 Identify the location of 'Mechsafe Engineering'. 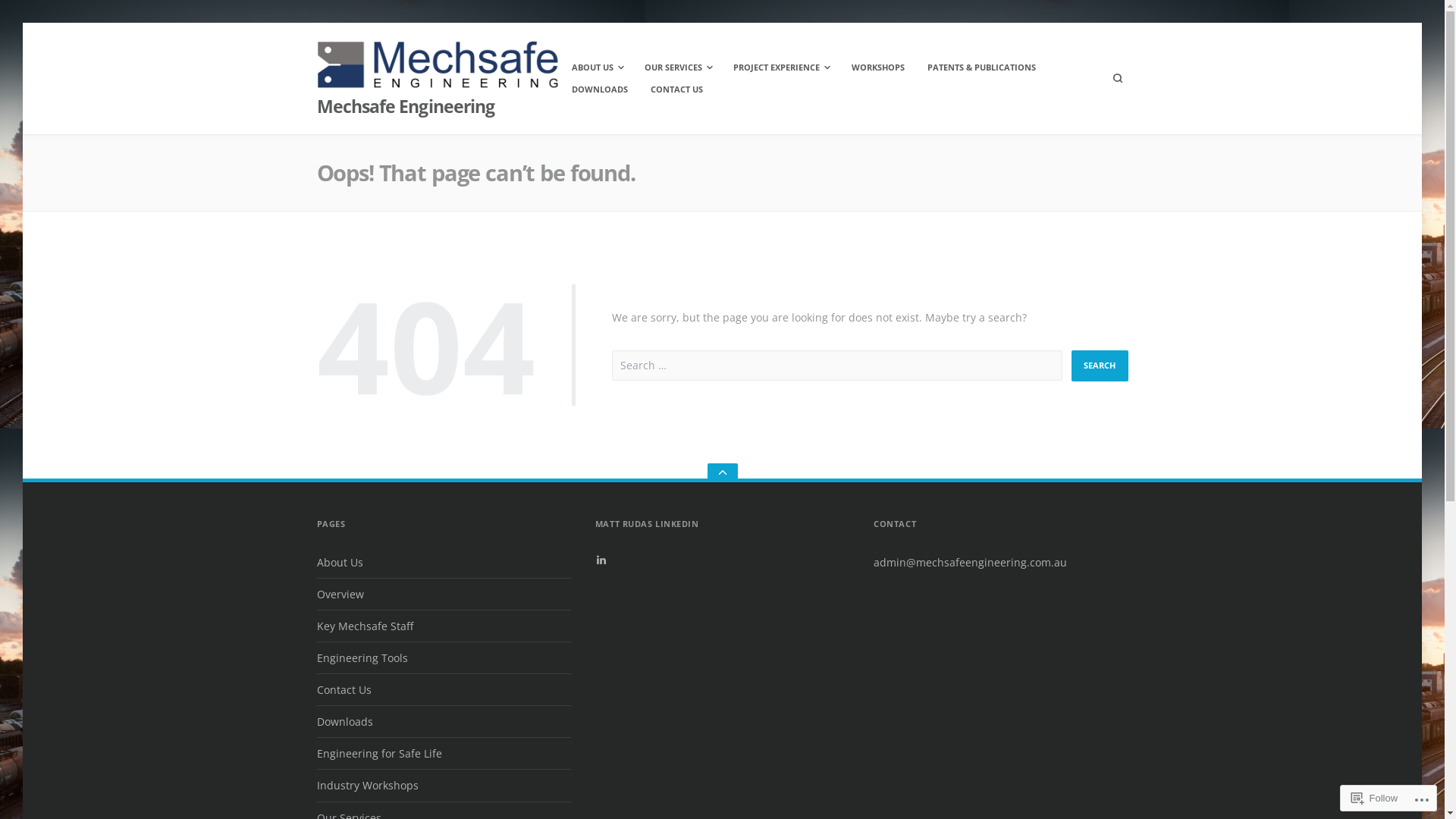
(406, 105).